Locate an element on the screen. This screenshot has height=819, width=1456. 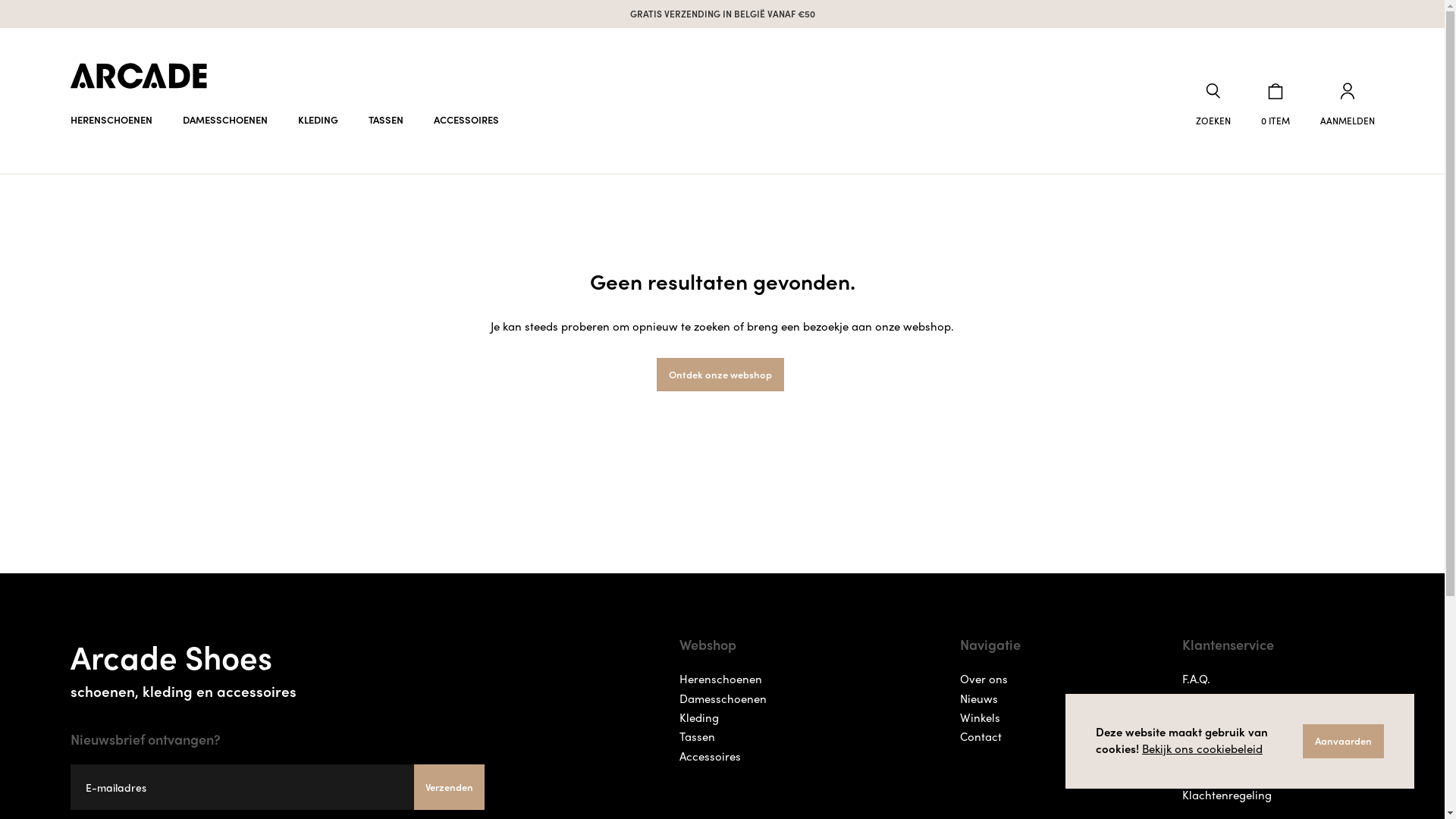
'Aanvaarden' is located at coordinates (1343, 740).